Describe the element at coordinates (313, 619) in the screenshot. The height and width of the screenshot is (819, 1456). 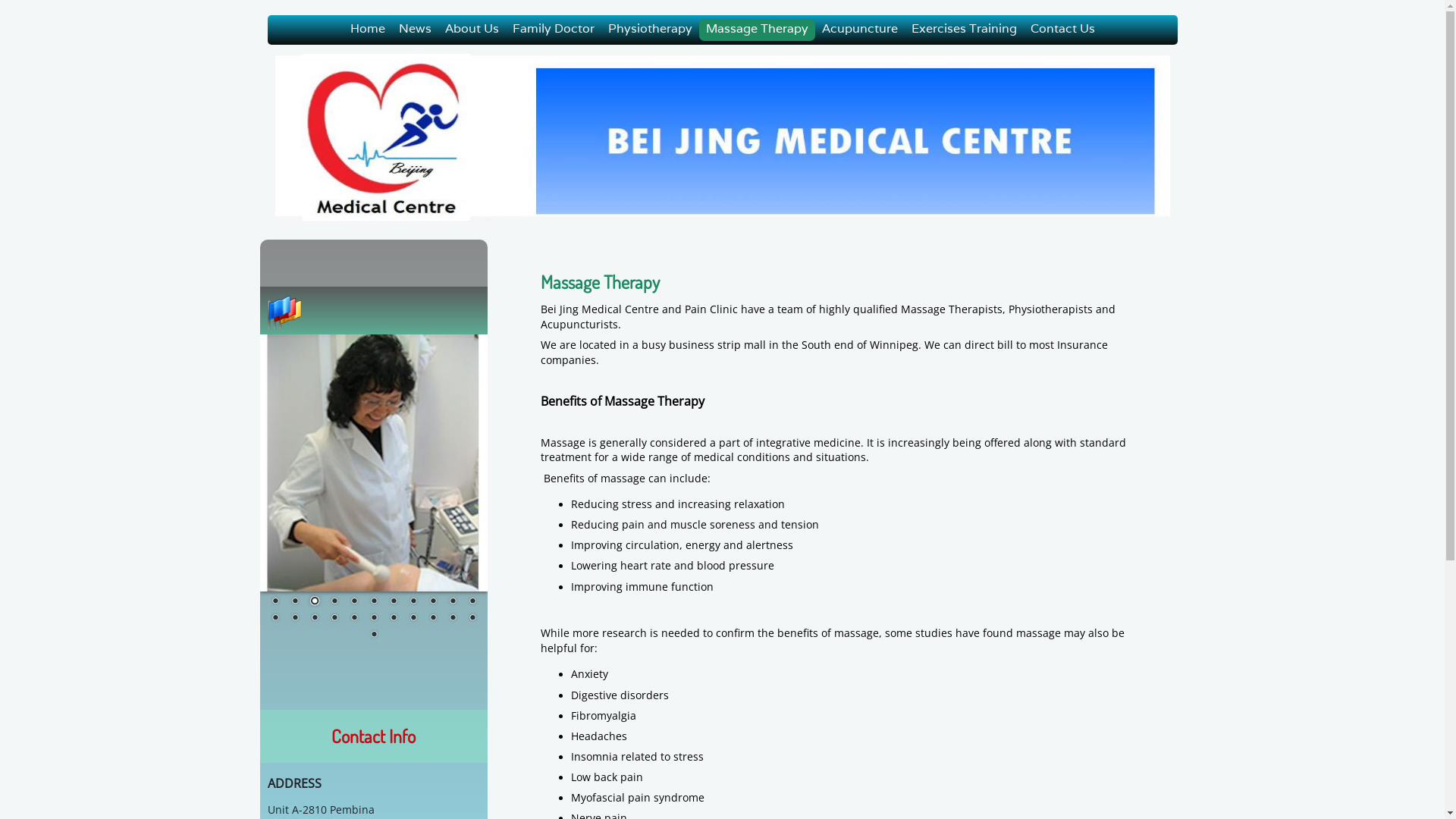
I see `'14'` at that location.